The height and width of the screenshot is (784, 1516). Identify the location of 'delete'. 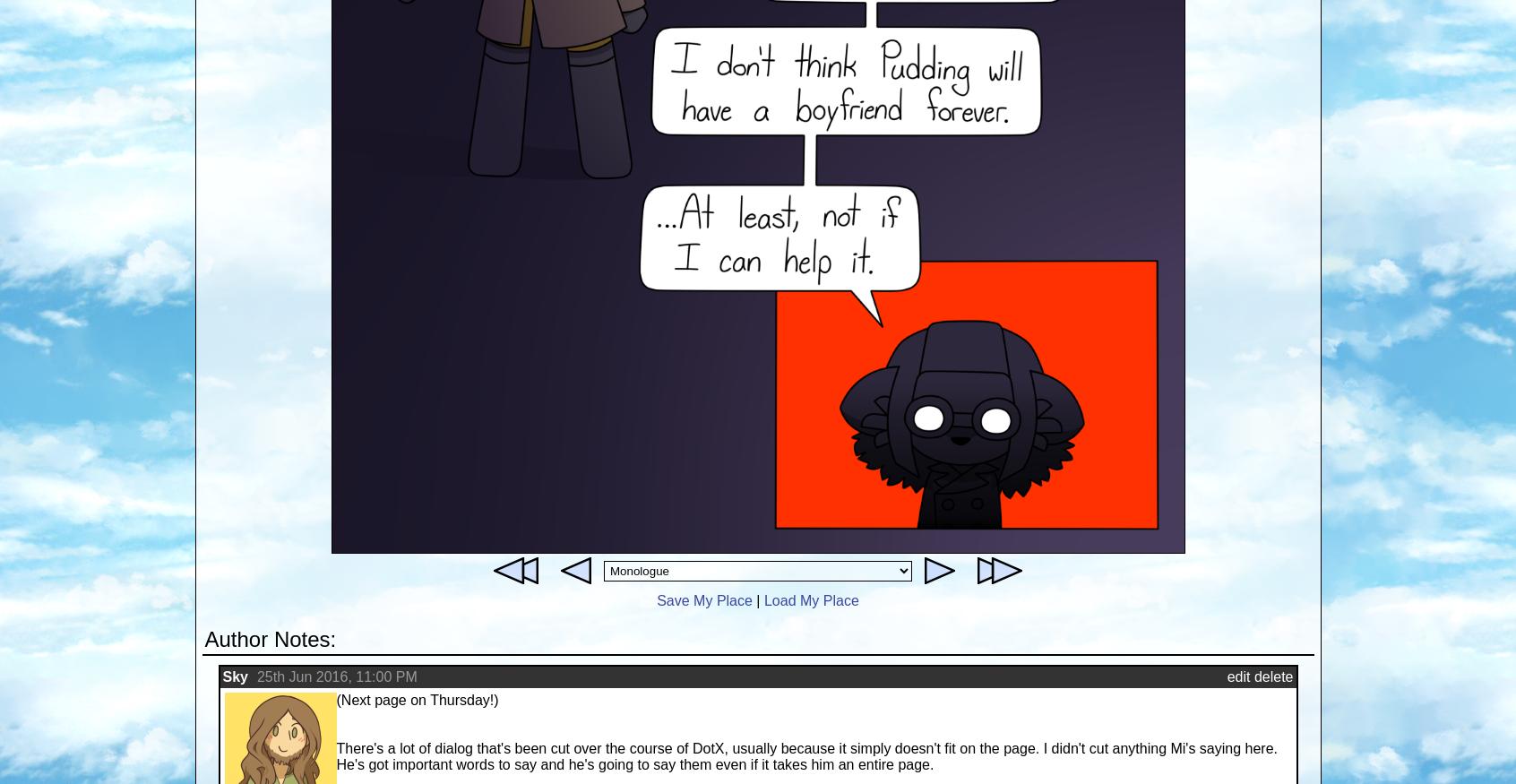
(1253, 676).